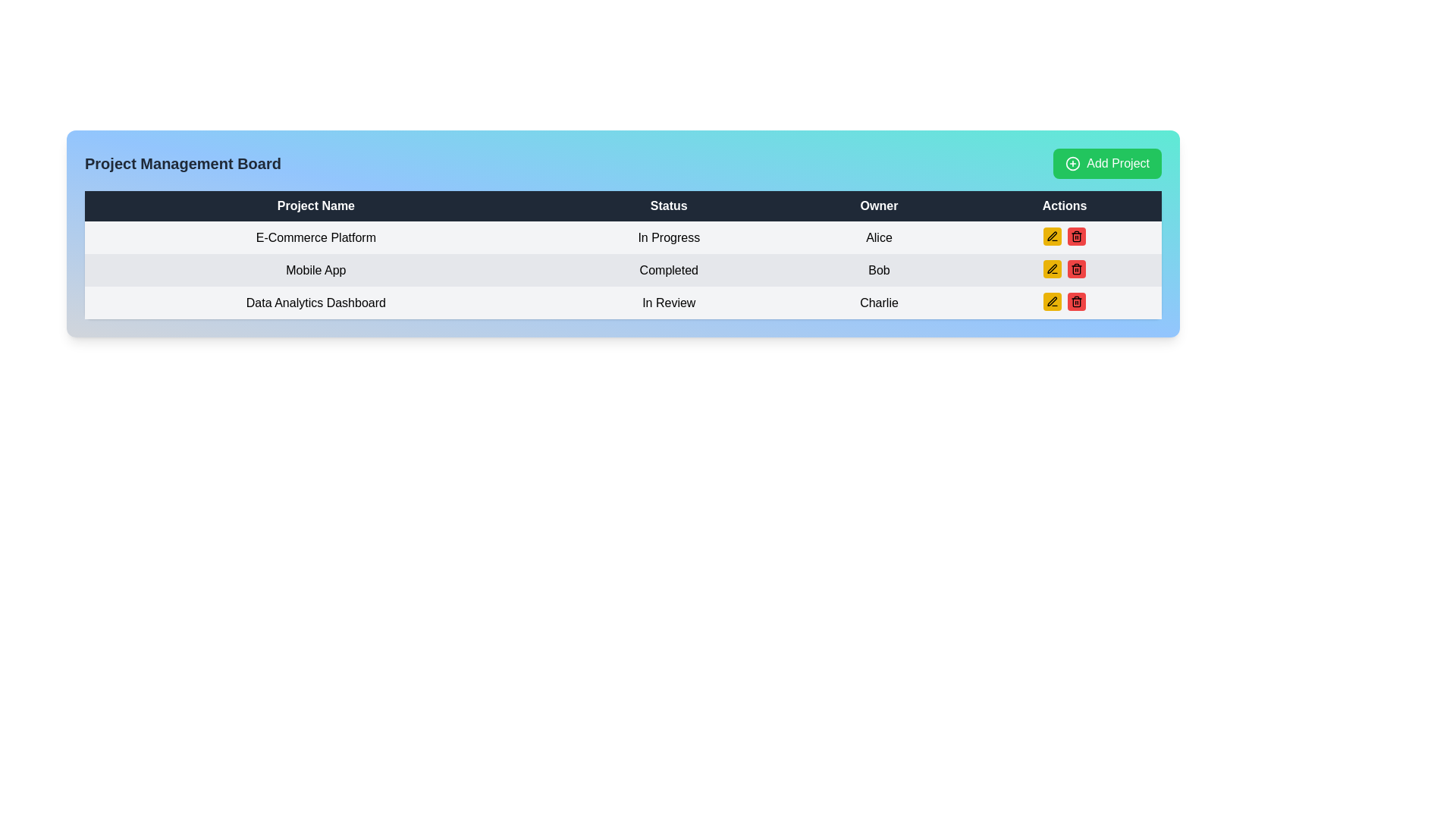  I want to click on the first column header text label for project names in the table, located at the top-left corner of the header row, so click(315, 206).